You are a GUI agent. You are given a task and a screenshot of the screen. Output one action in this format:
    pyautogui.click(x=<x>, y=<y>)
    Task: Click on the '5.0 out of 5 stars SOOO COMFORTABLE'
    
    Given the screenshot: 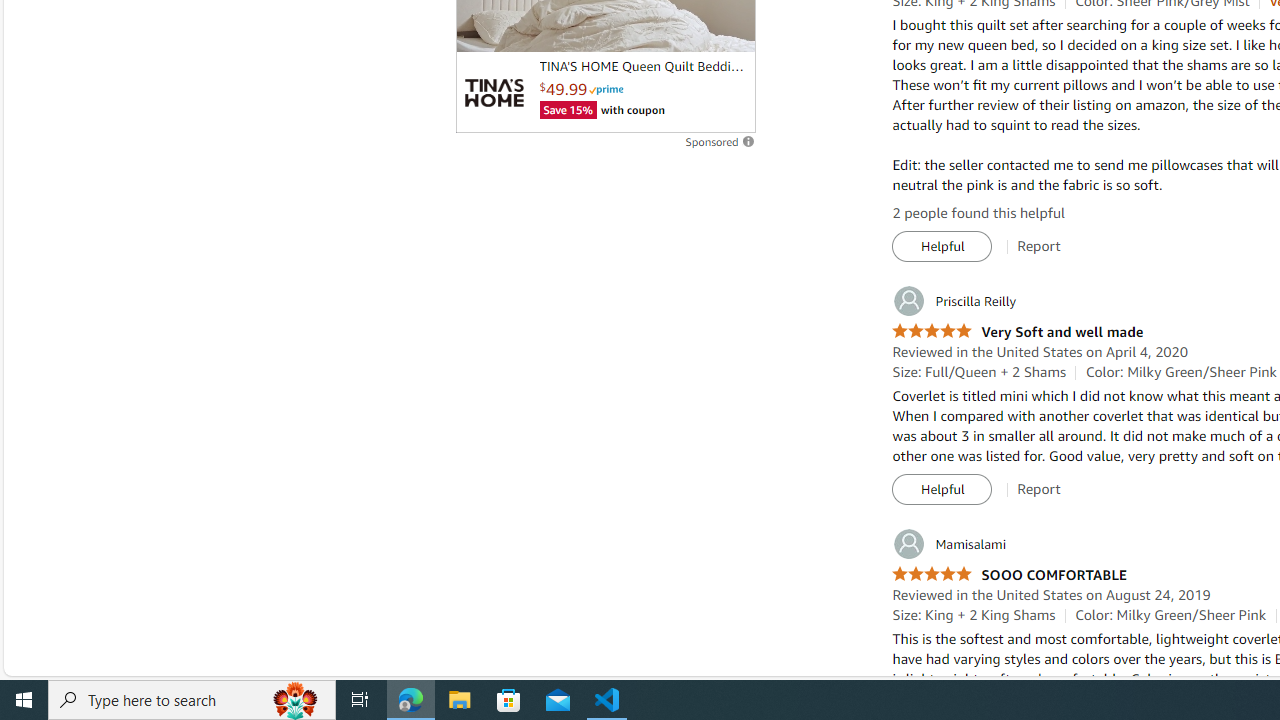 What is the action you would take?
    pyautogui.click(x=1009, y=575)
    